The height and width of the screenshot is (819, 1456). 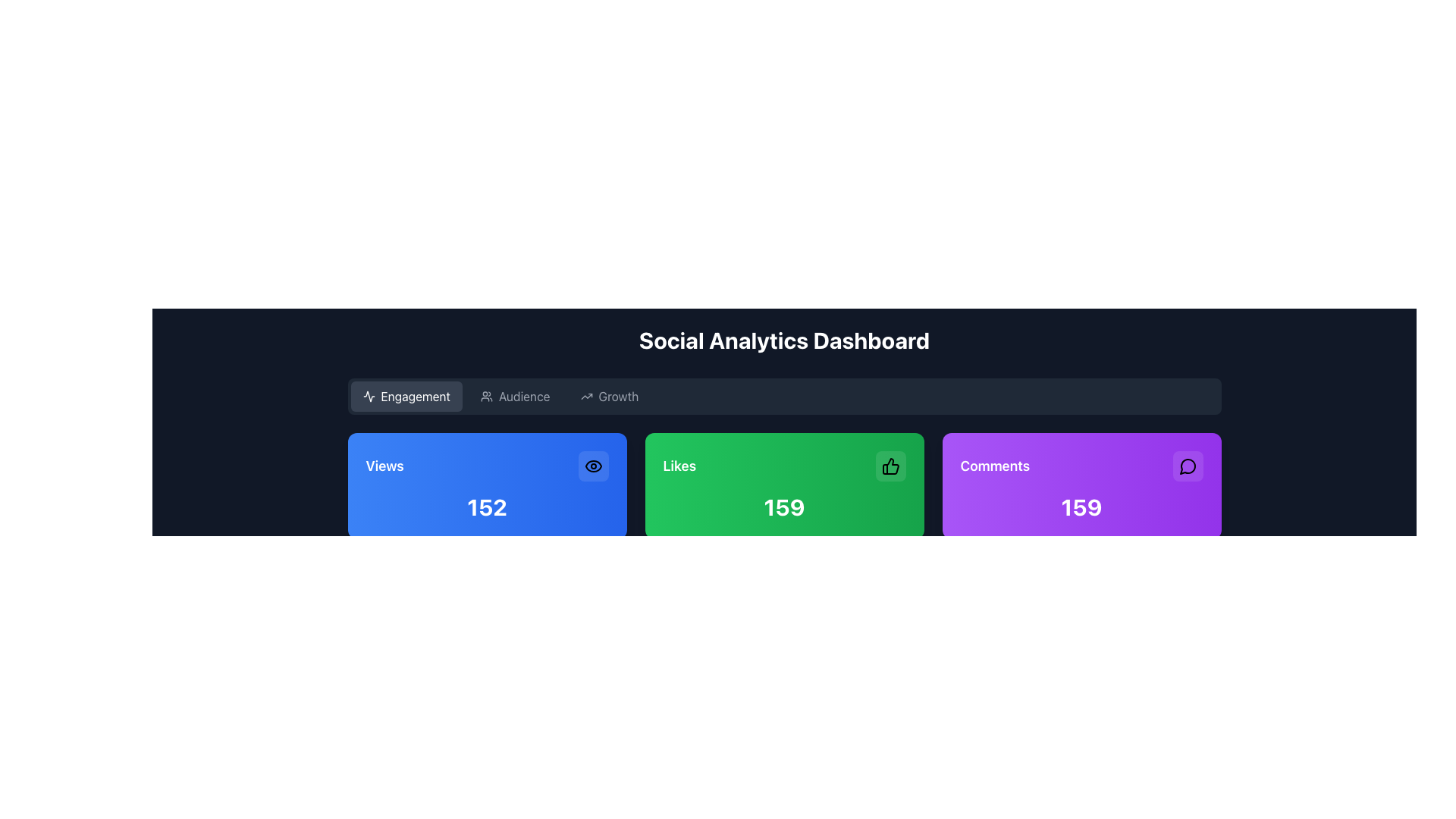 I want to click on the speech bubble icon button located at the rightmost side of the Comments section, so click(x=1187, y=465).